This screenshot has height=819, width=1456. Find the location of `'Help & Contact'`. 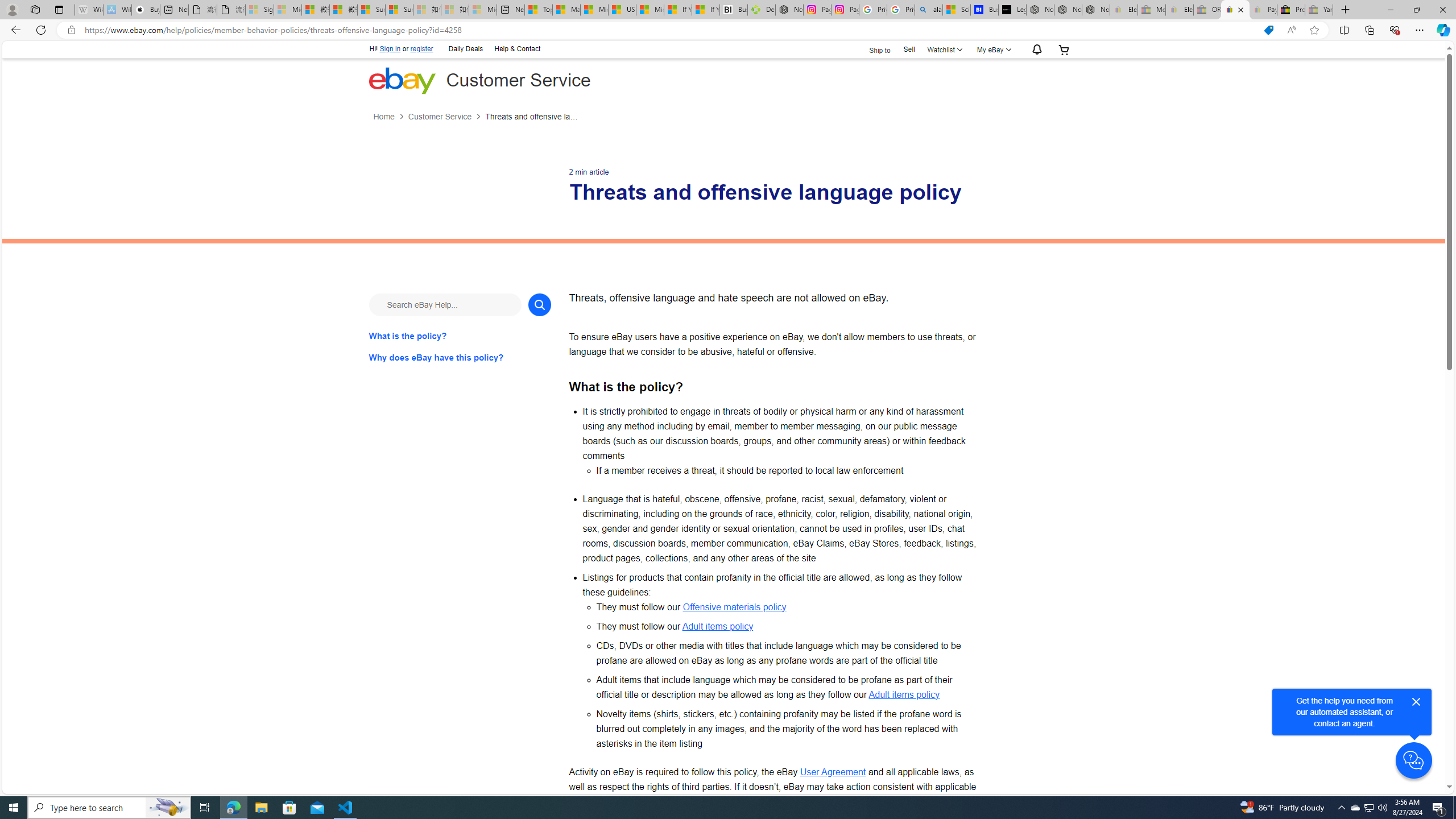

'Help & Contact' is located at coordinates (516, 49).